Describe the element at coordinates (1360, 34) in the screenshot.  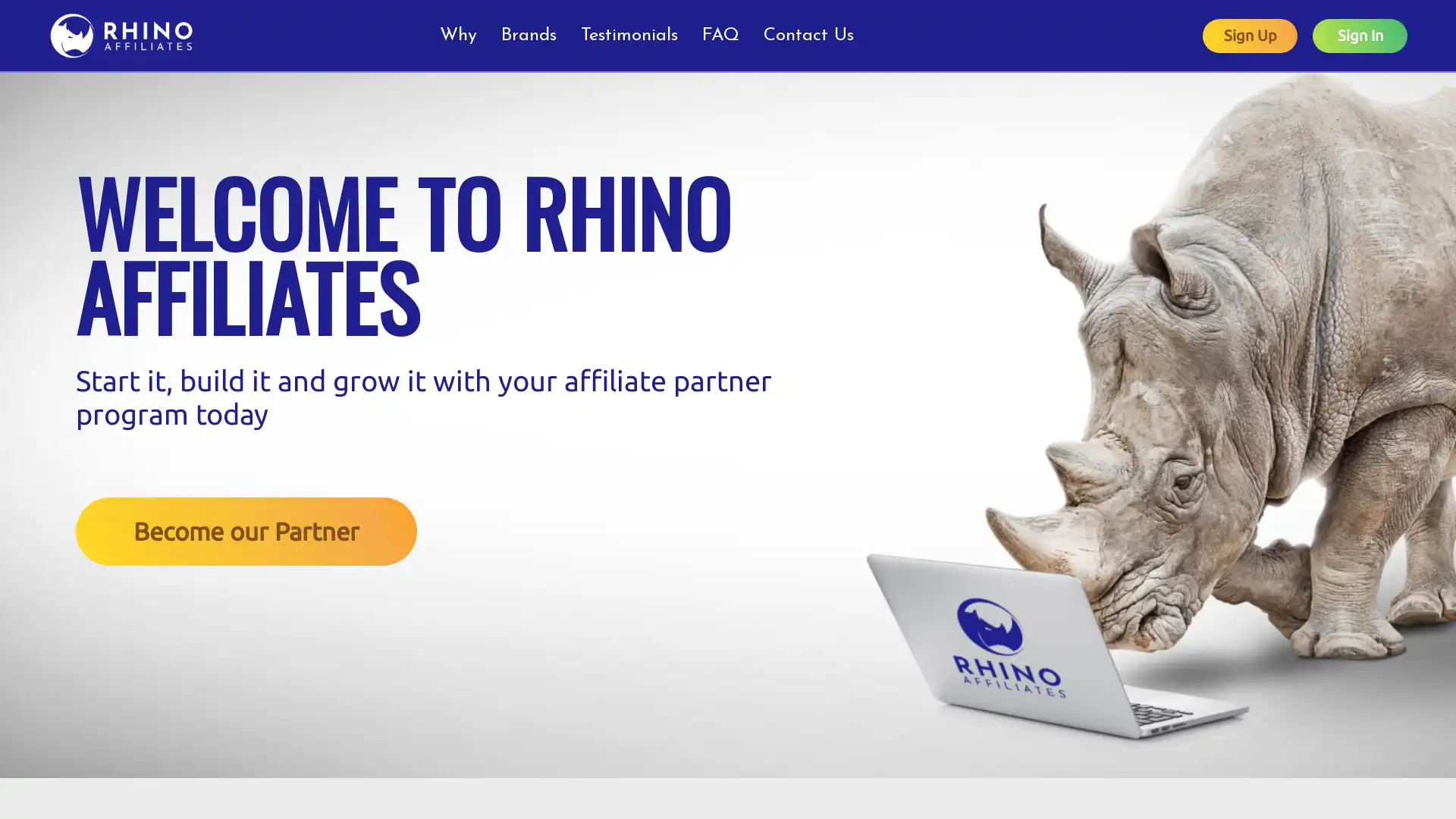
I see `Sign In` at that location.